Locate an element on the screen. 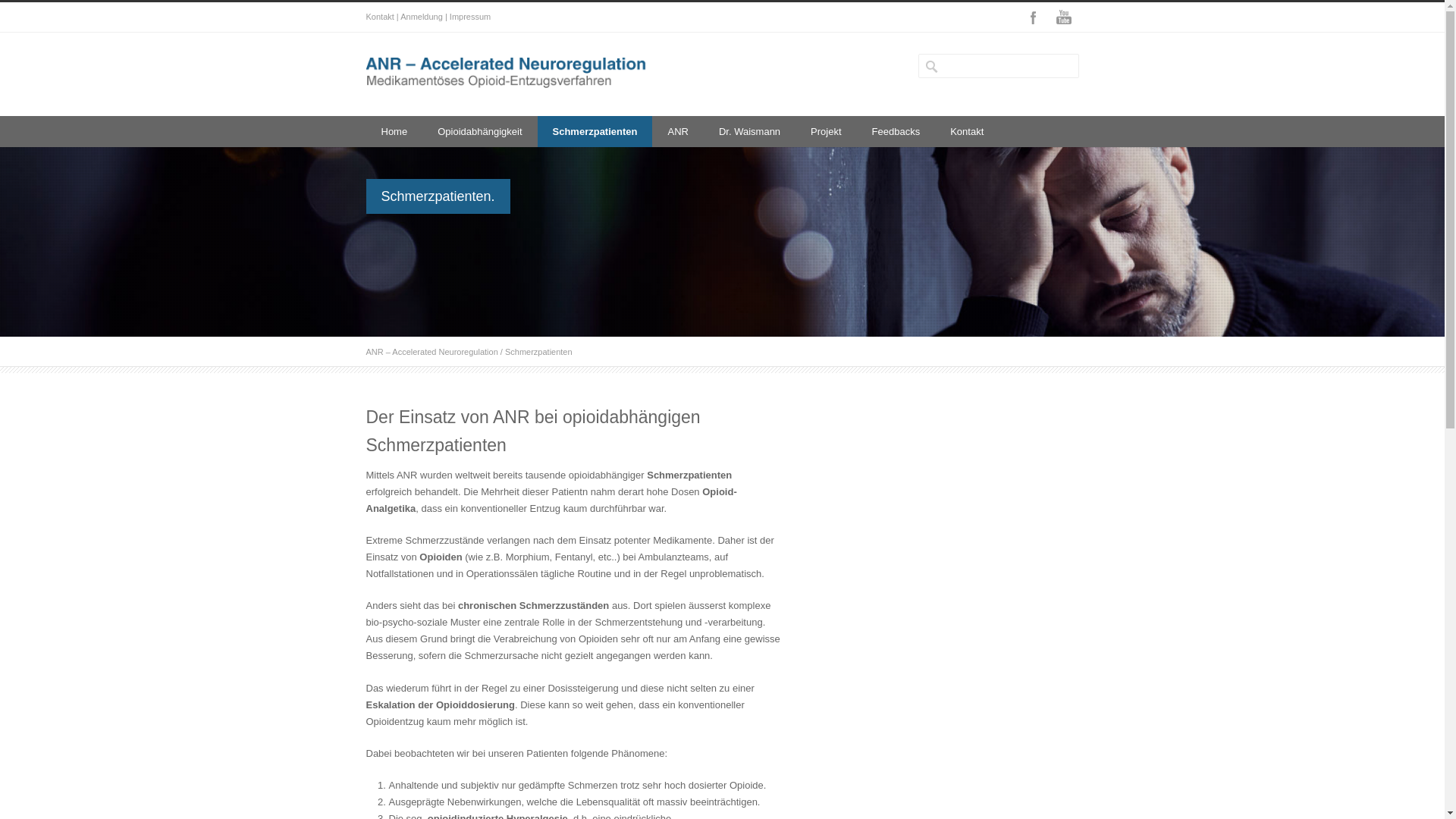 The height and width of the screenshot is (819, 1456). 'Schmerzpatienten' is located at coordinates (537, 130).